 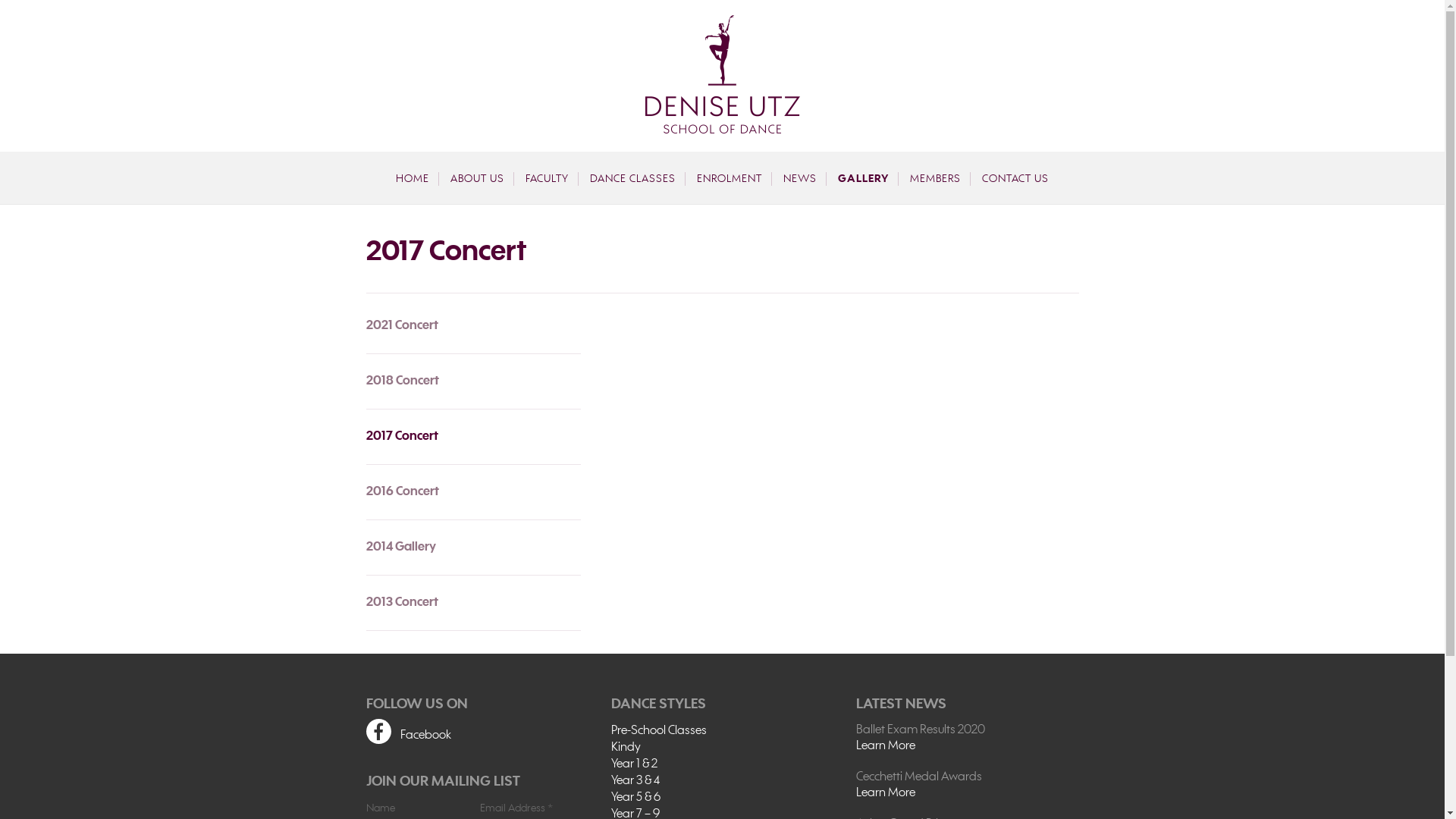 I want to click on 'GALLERY', so click(x=863, y=177).